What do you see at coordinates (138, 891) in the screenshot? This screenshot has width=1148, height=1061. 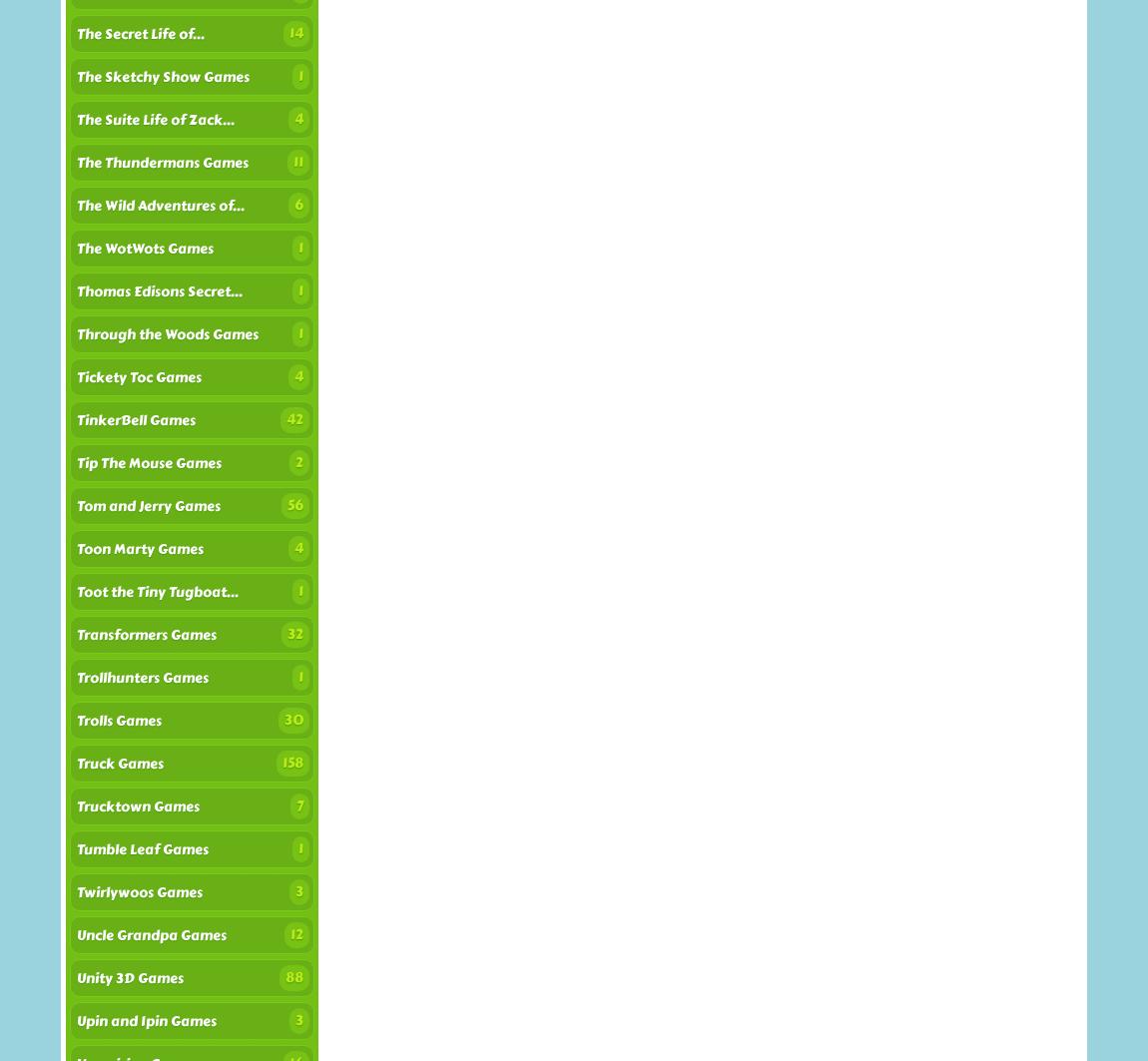 I see `'Twirlywoos Games'` at bounding box center [138, 891].